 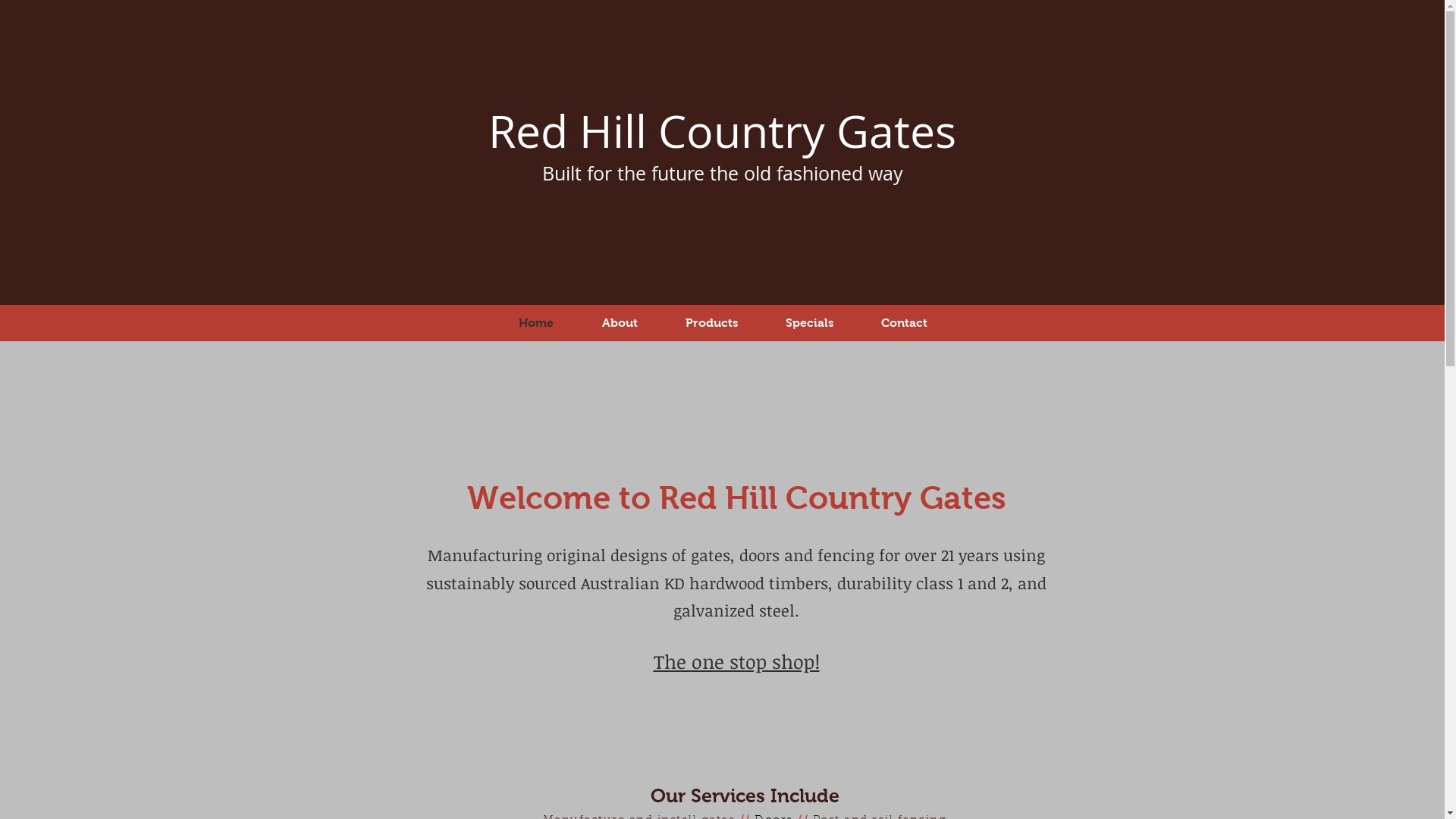 I want to click on 'About', so click(x=620, y=322).